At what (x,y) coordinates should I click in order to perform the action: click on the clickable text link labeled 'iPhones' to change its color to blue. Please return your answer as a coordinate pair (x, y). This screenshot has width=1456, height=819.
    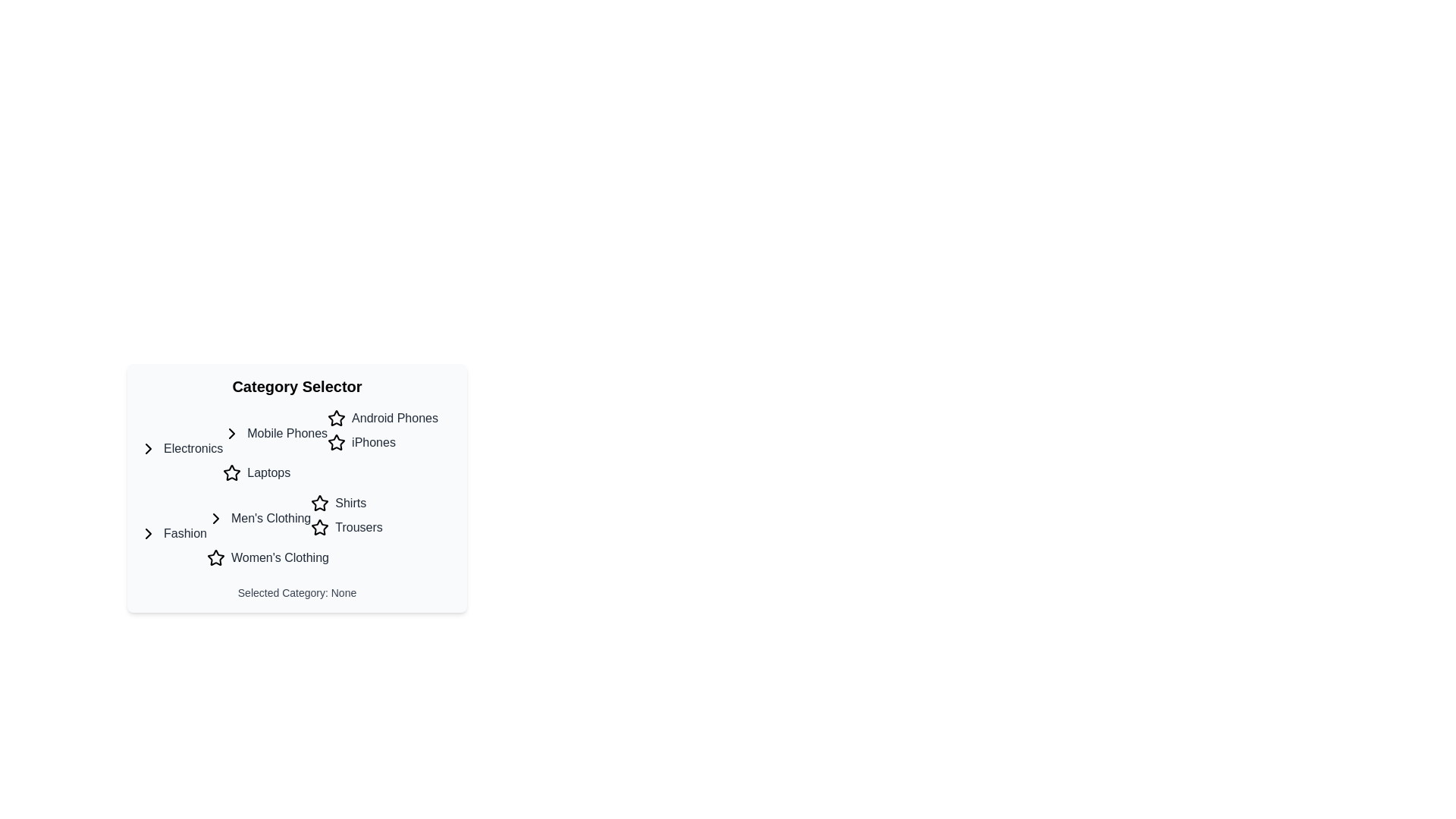
    Looking at the image, I should click on (374, 442).